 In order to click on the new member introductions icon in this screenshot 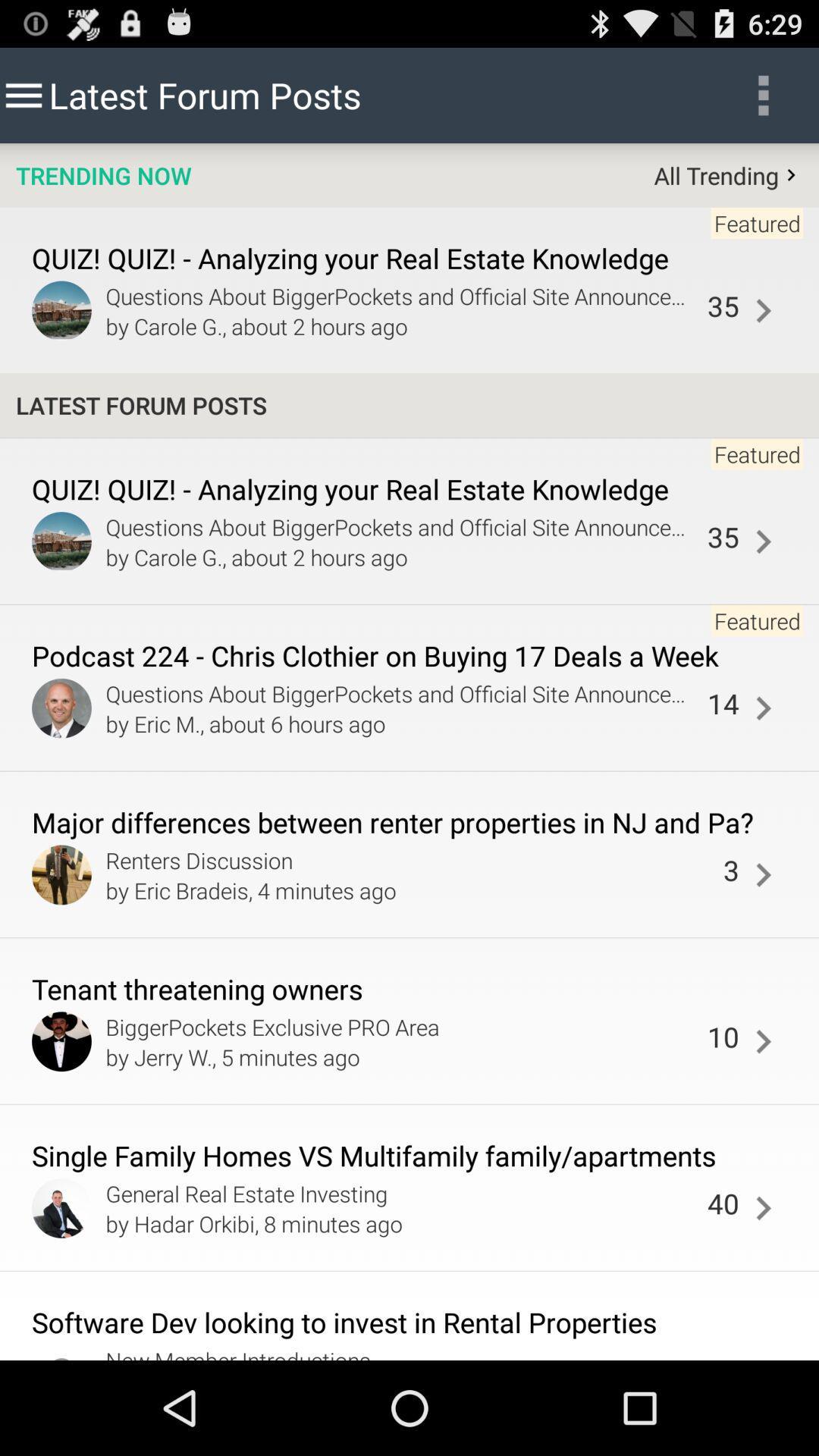, I will do `click(410, 1352)`.